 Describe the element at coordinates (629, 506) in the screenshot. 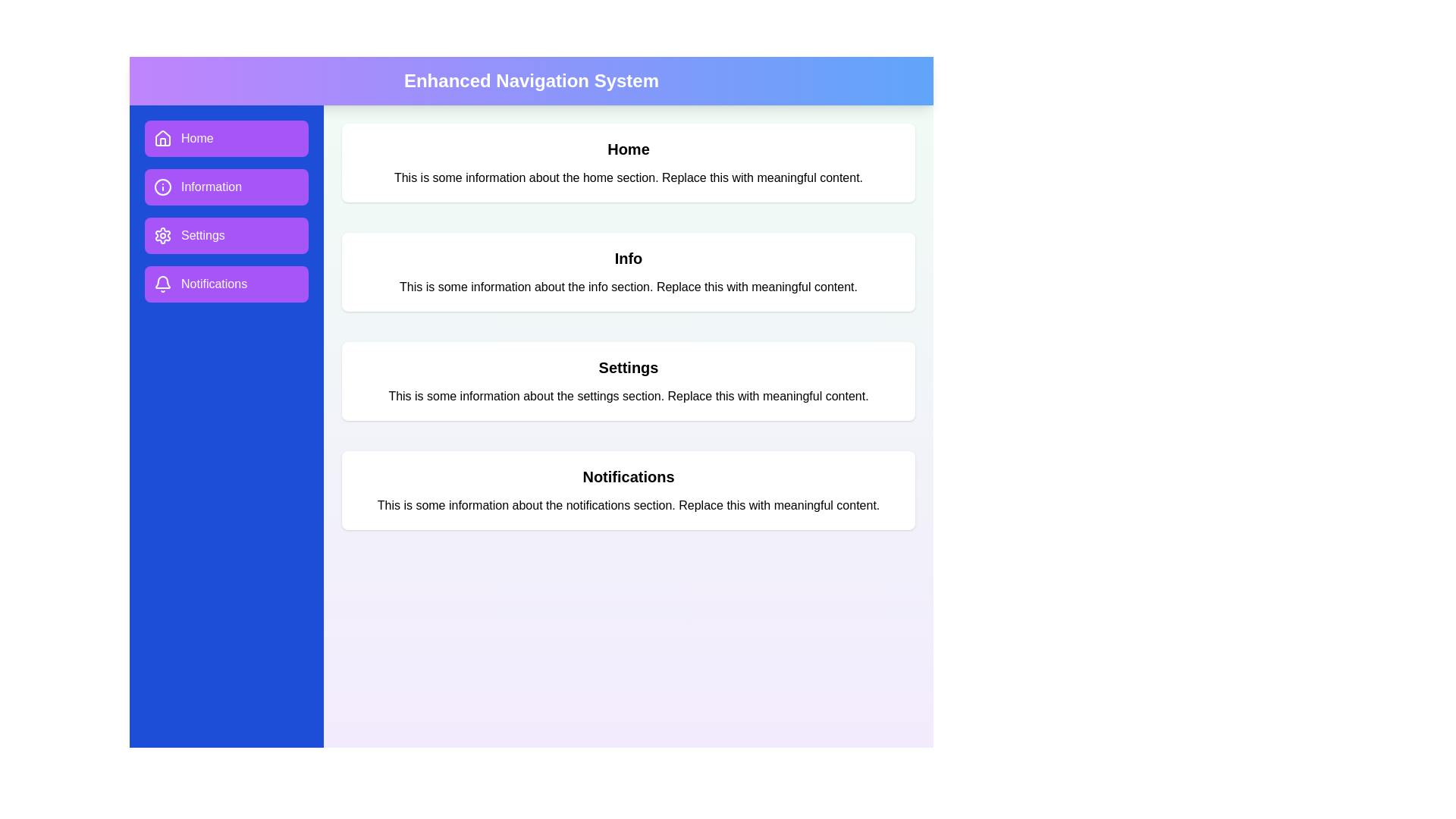

I see `the descriptive text block located in the Notifications section, directly below the title 'Notifications'` at that location.